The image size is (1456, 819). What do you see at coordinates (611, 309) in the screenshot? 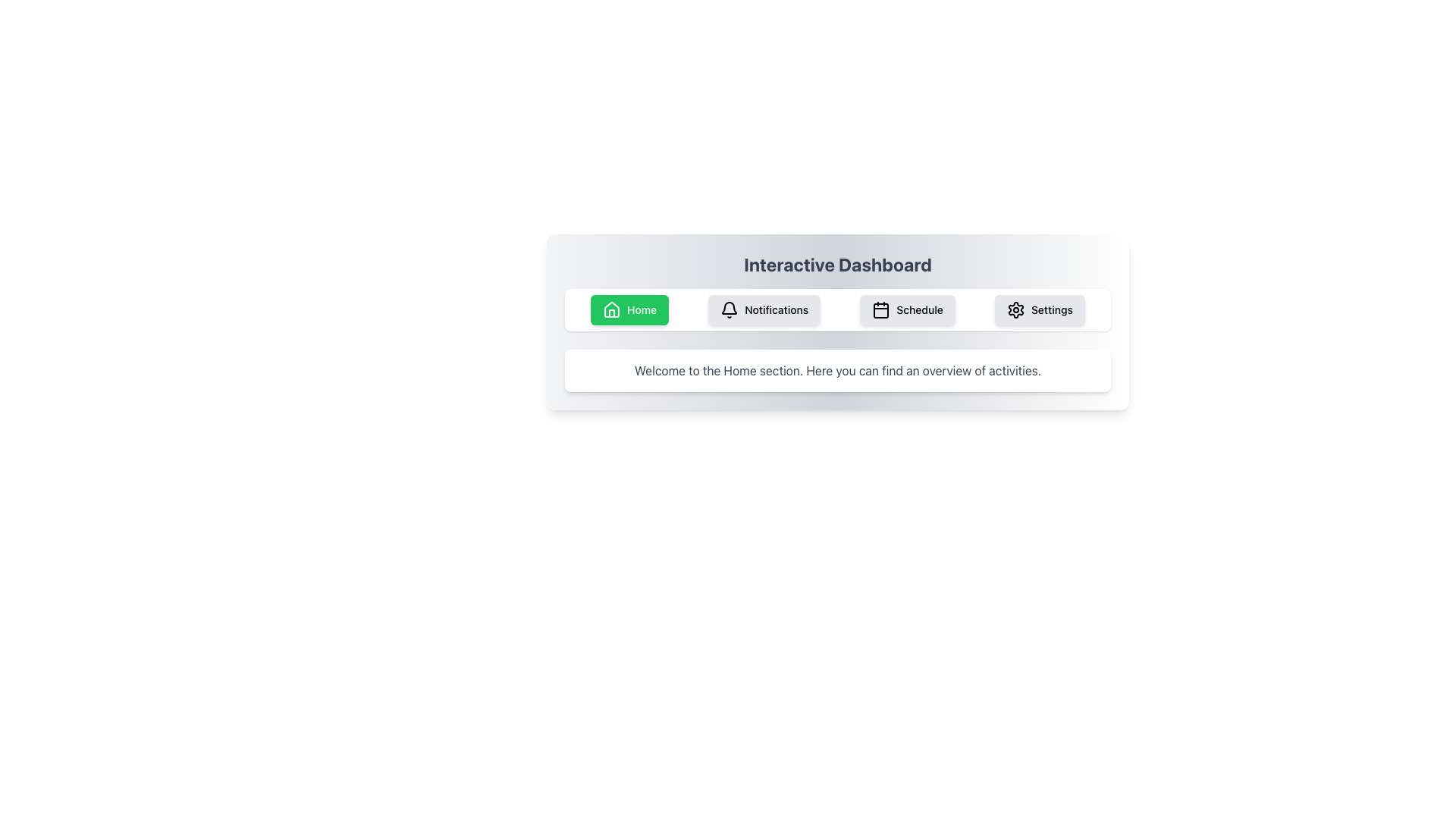
I see `the 'Home' button icon, which is an SVG representation of a house located in the navigation bar` at bounding box center [611, 309].